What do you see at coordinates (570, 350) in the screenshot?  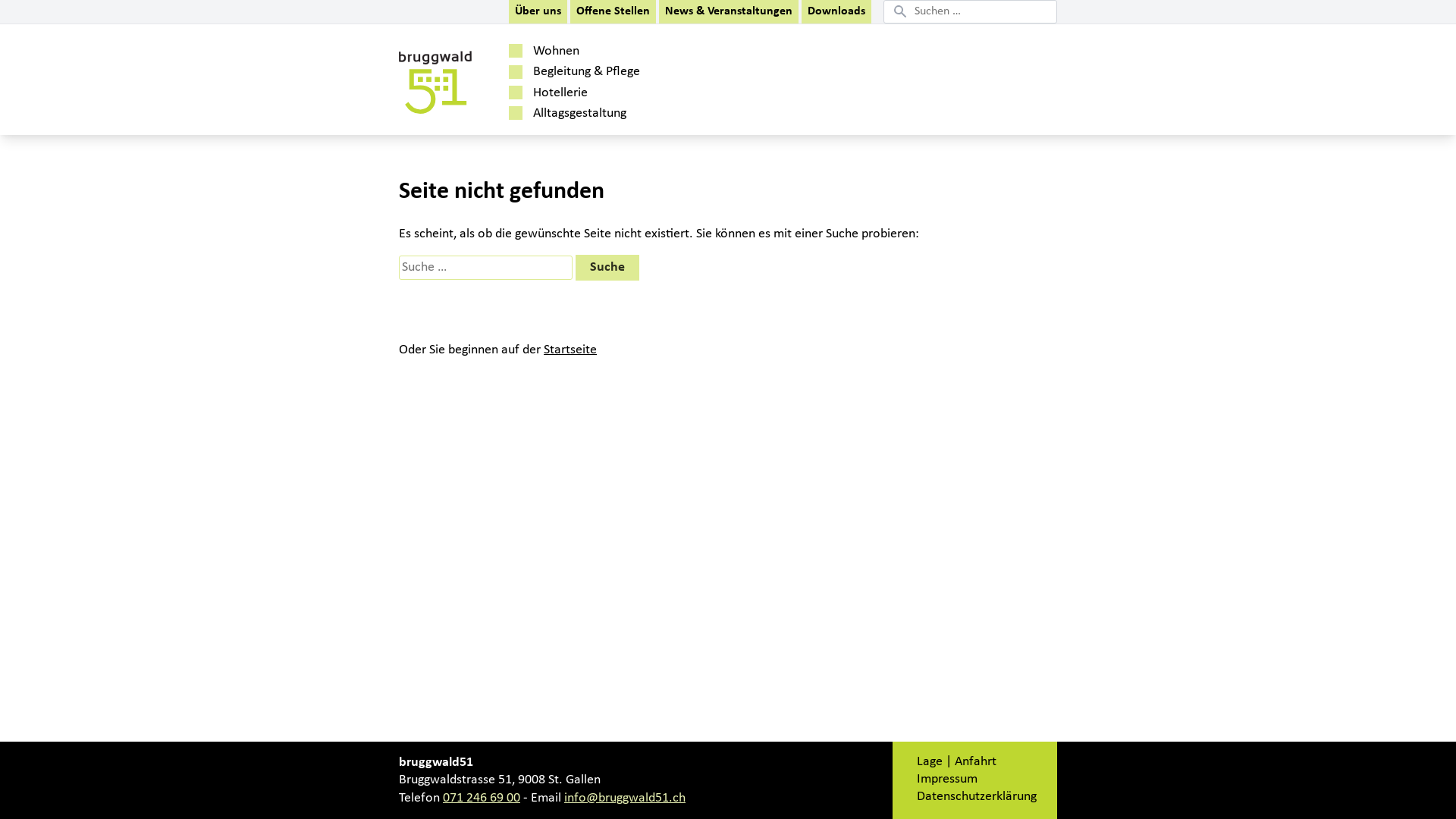 I see `'Startseite'` at bounding box center [570, 350].